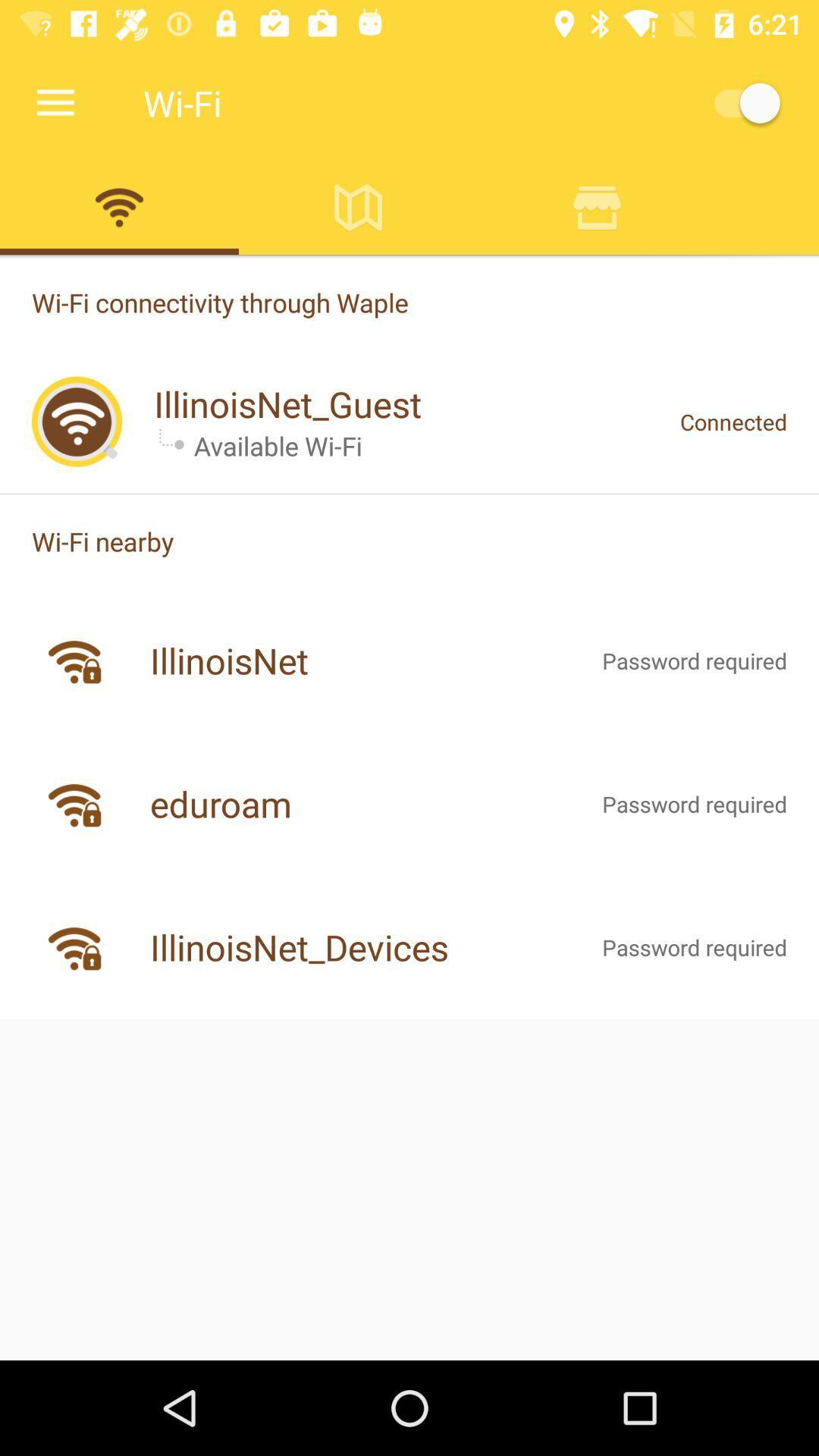 This screenshot has height=1456, width=819. I want to click on navigate to wi-fi tab, so click(118, 206).